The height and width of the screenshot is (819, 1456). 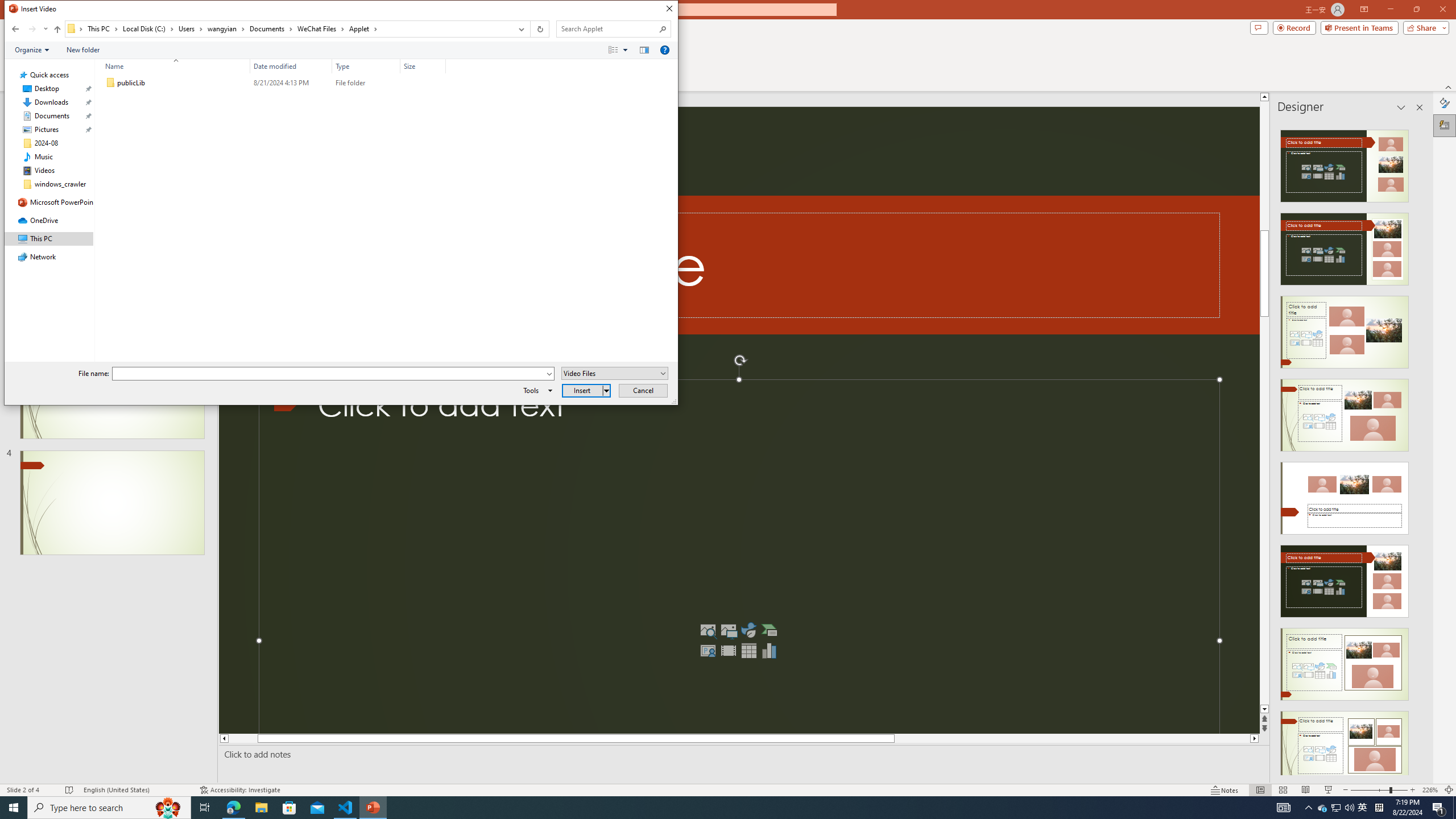 I want to click on 'Forward (Alt + Right Arrow)', so click(x=32, y=28).